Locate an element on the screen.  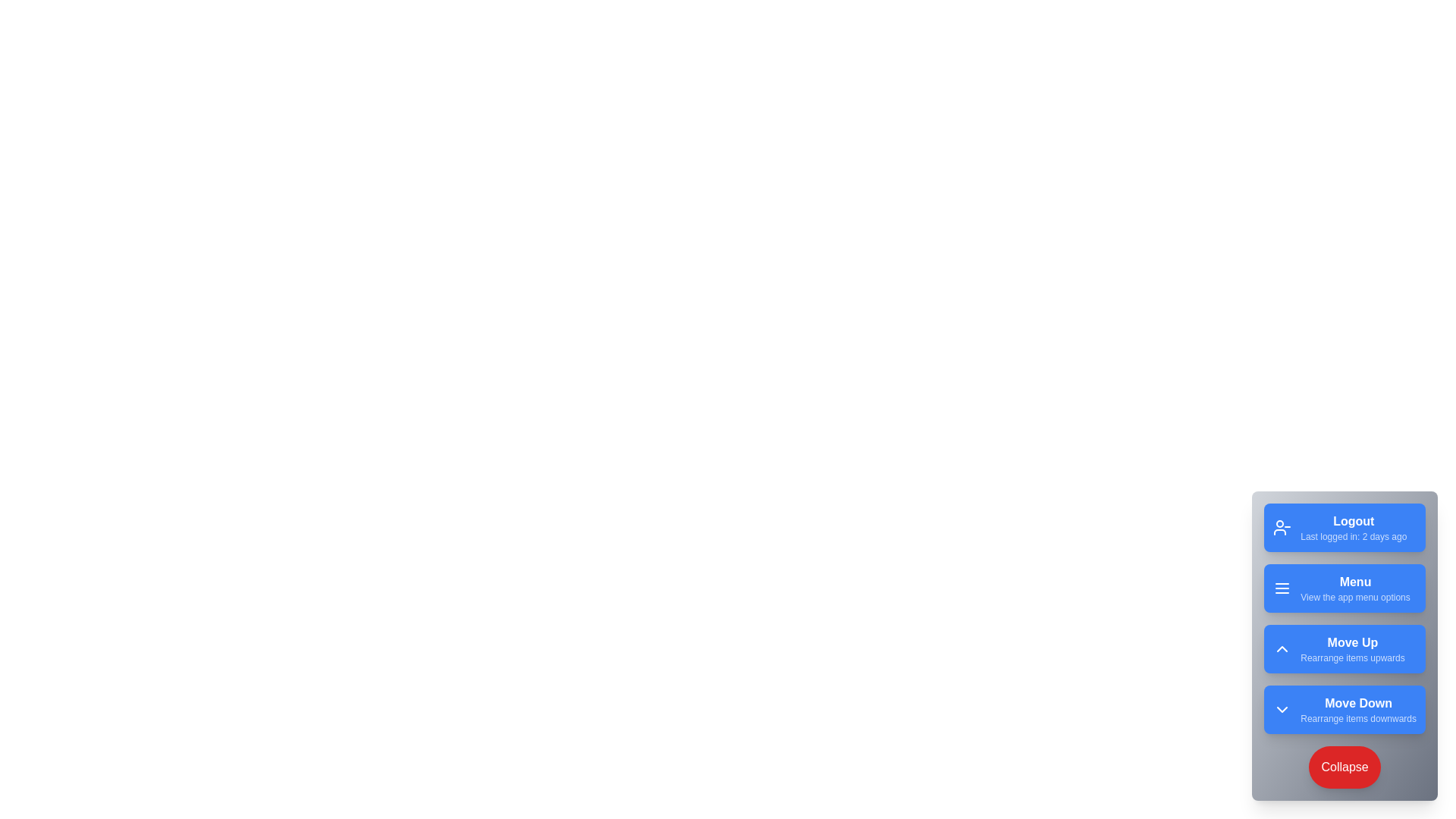
the Text label that displays the last login time of the user, positioned below the 'Logout' label in the sidebar is located at coordinates (1354, 536).